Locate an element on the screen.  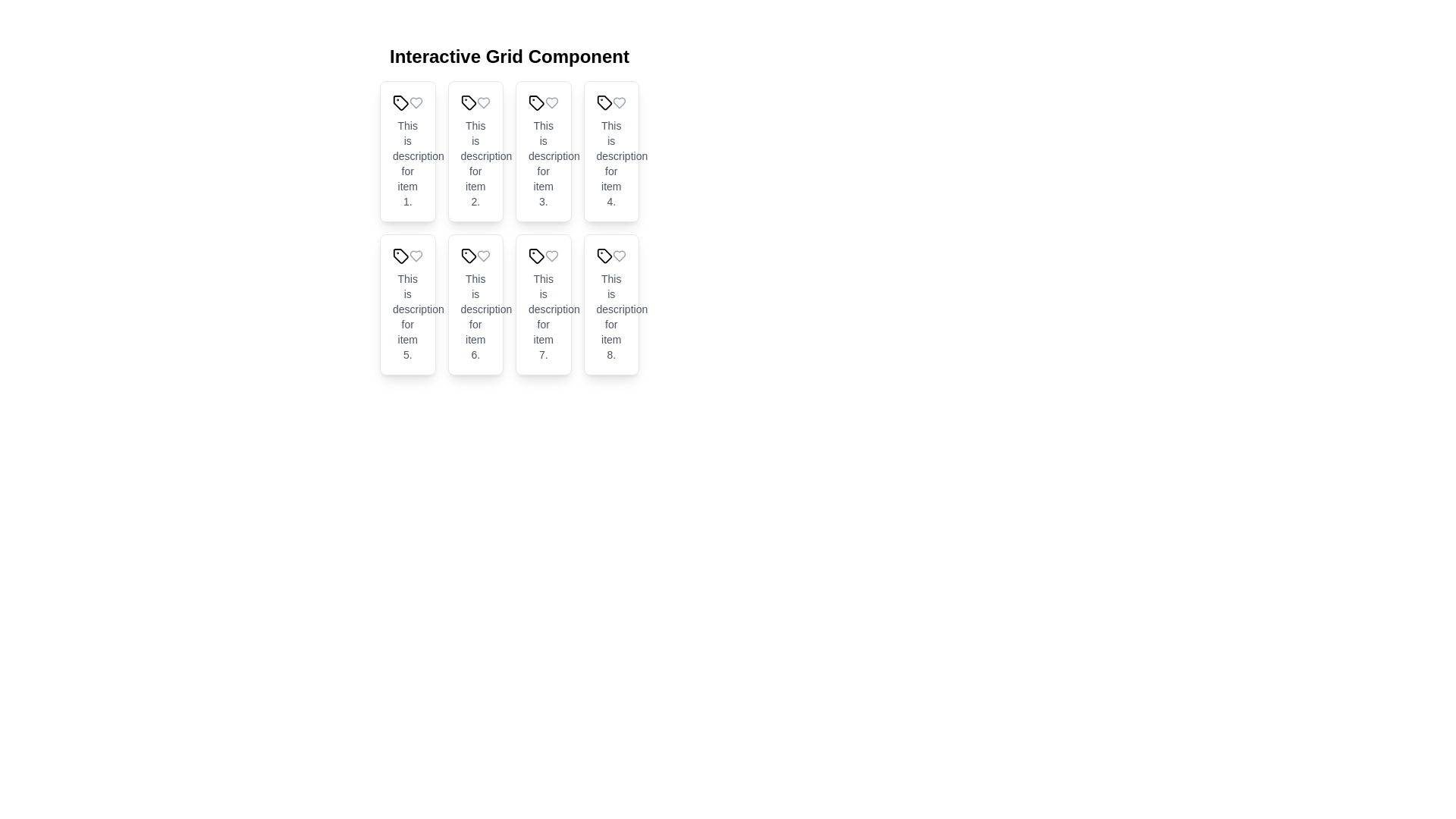
the tag icon in the bottom right corner of the 'Interactive Grid Component', which is part of the card associated with 'This is description for item 8.' is located at coordinates (604, 256).